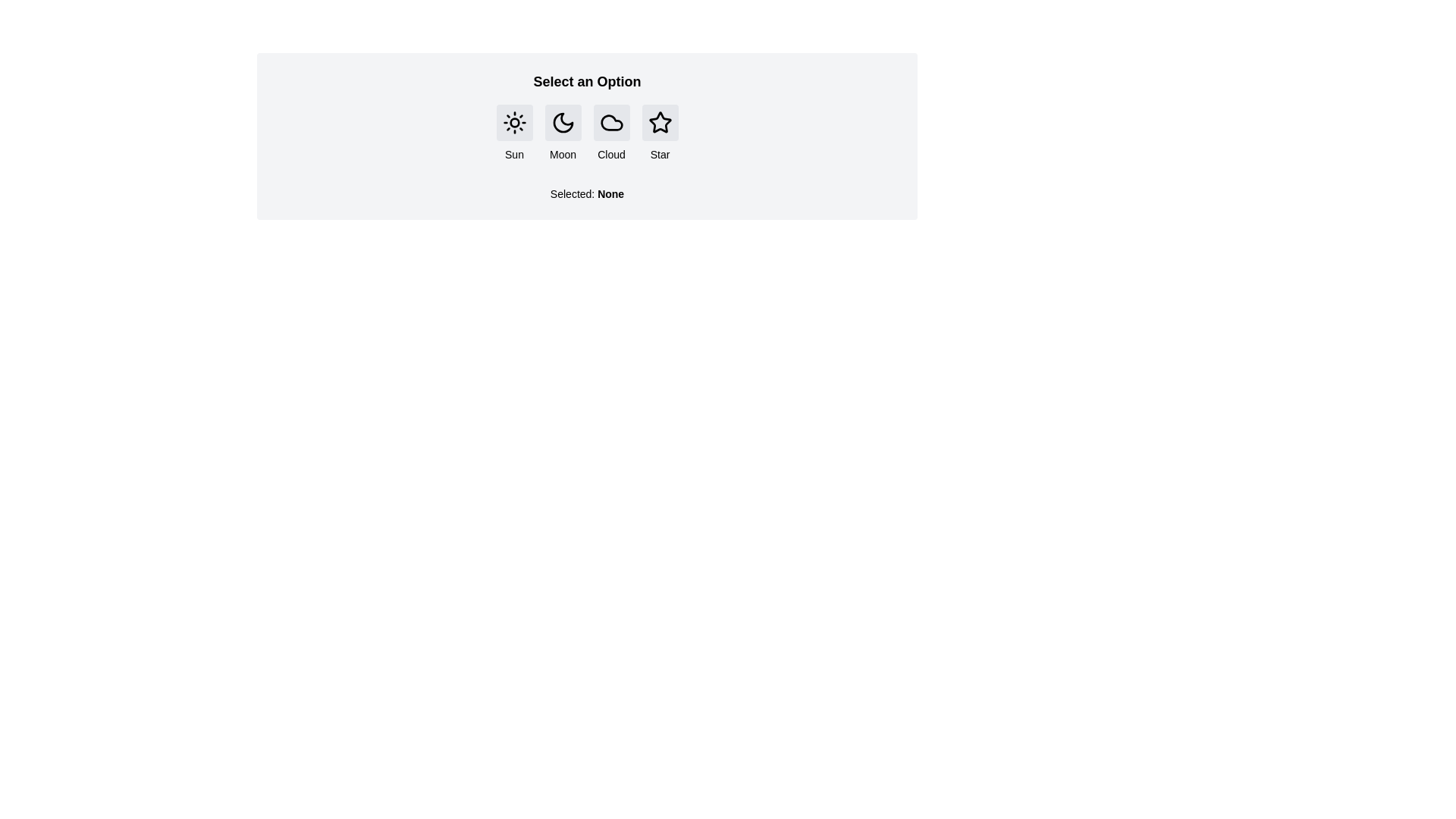  Describe the element at coordinates (660, 122) in the screenshot. I see `the button that allows the user` at that location.